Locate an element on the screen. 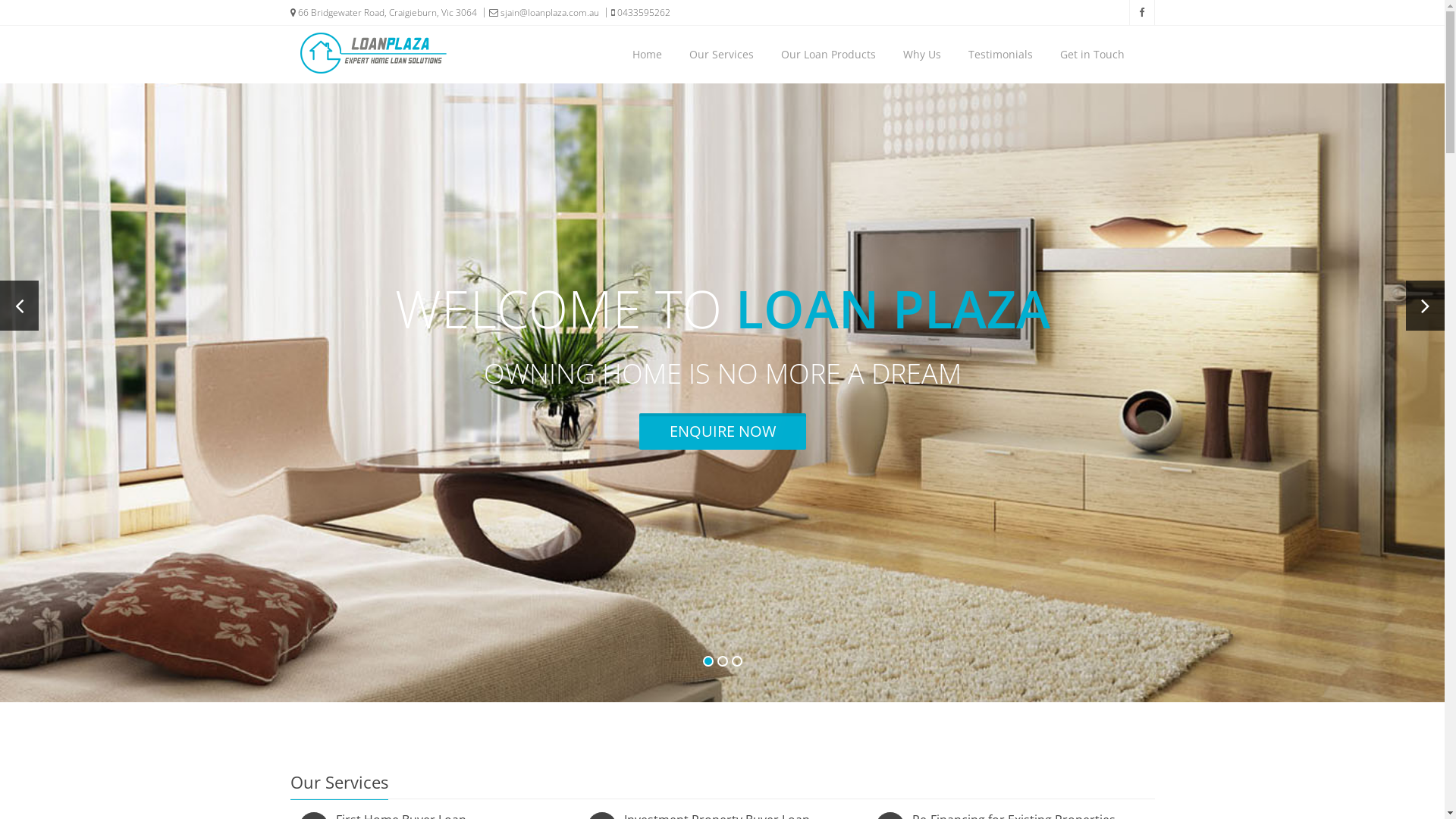  'Get in Touch' is located at coordinates (1090, 54).